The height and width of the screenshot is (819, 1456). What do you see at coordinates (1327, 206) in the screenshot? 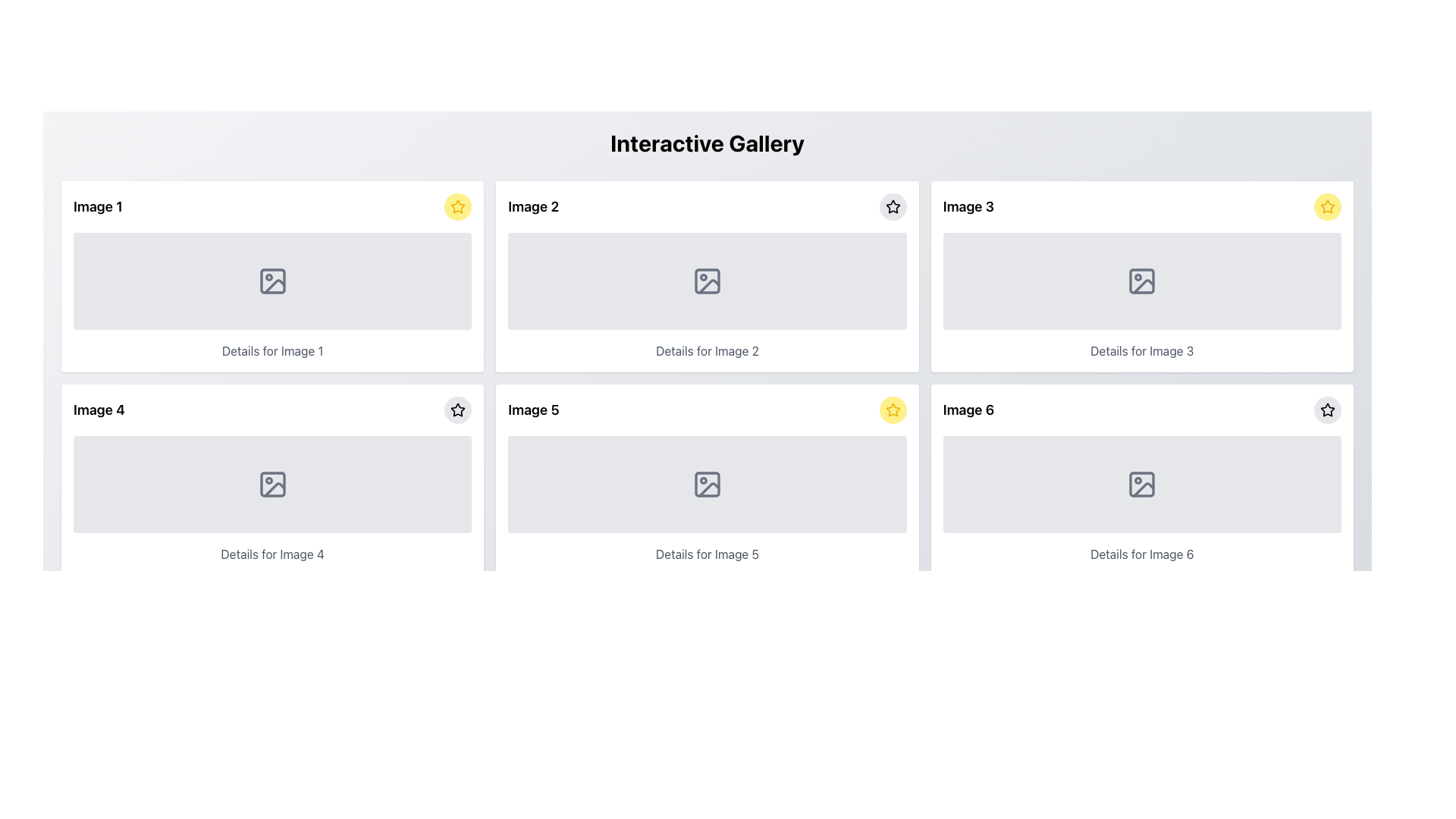
I see `the gold star icon located in the top-right corner of the card labeled 'Image 3'` at bounding box center [1327, 206].